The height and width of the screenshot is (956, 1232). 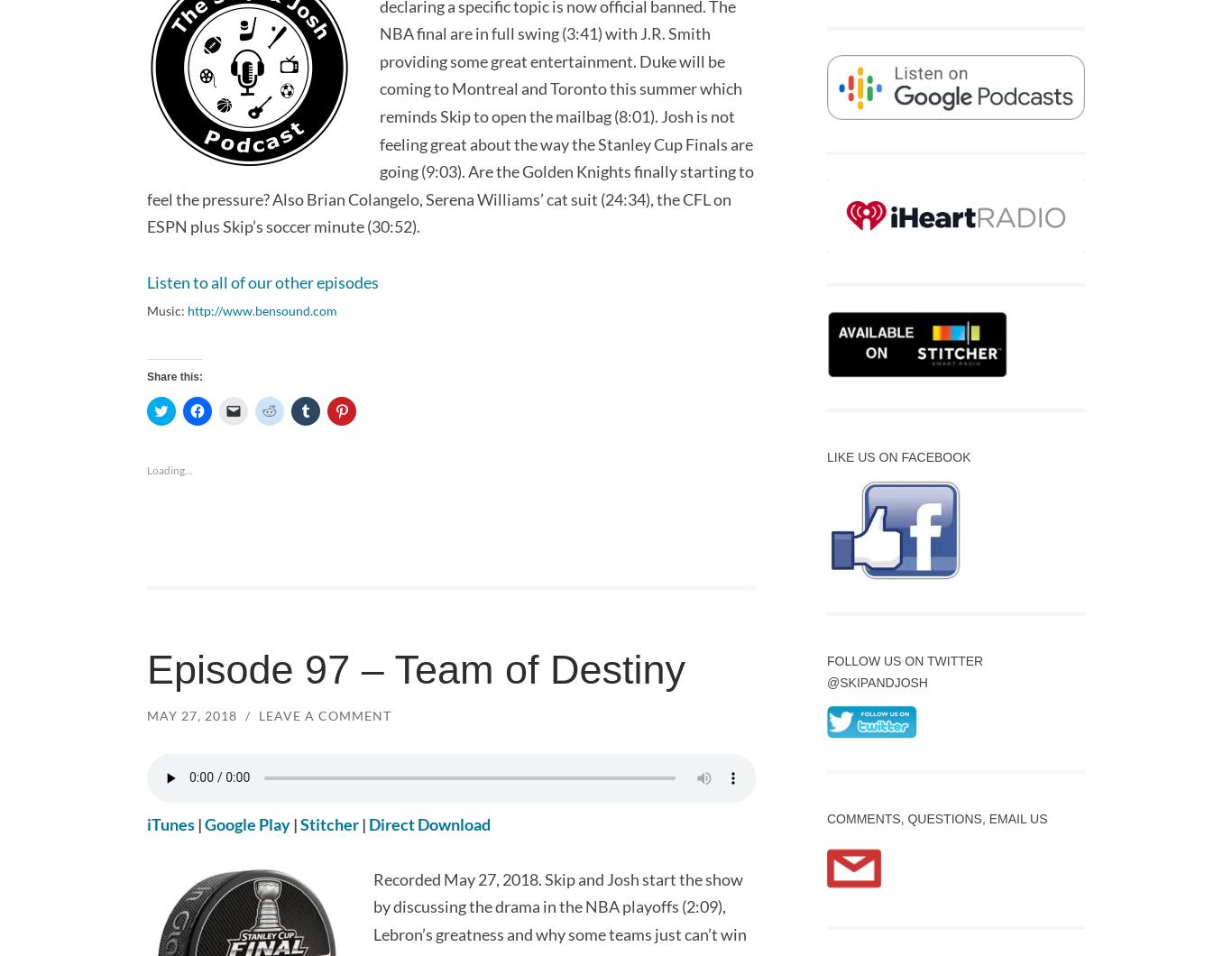 I want to click on 'Share this:', so click(x=145, y=375).